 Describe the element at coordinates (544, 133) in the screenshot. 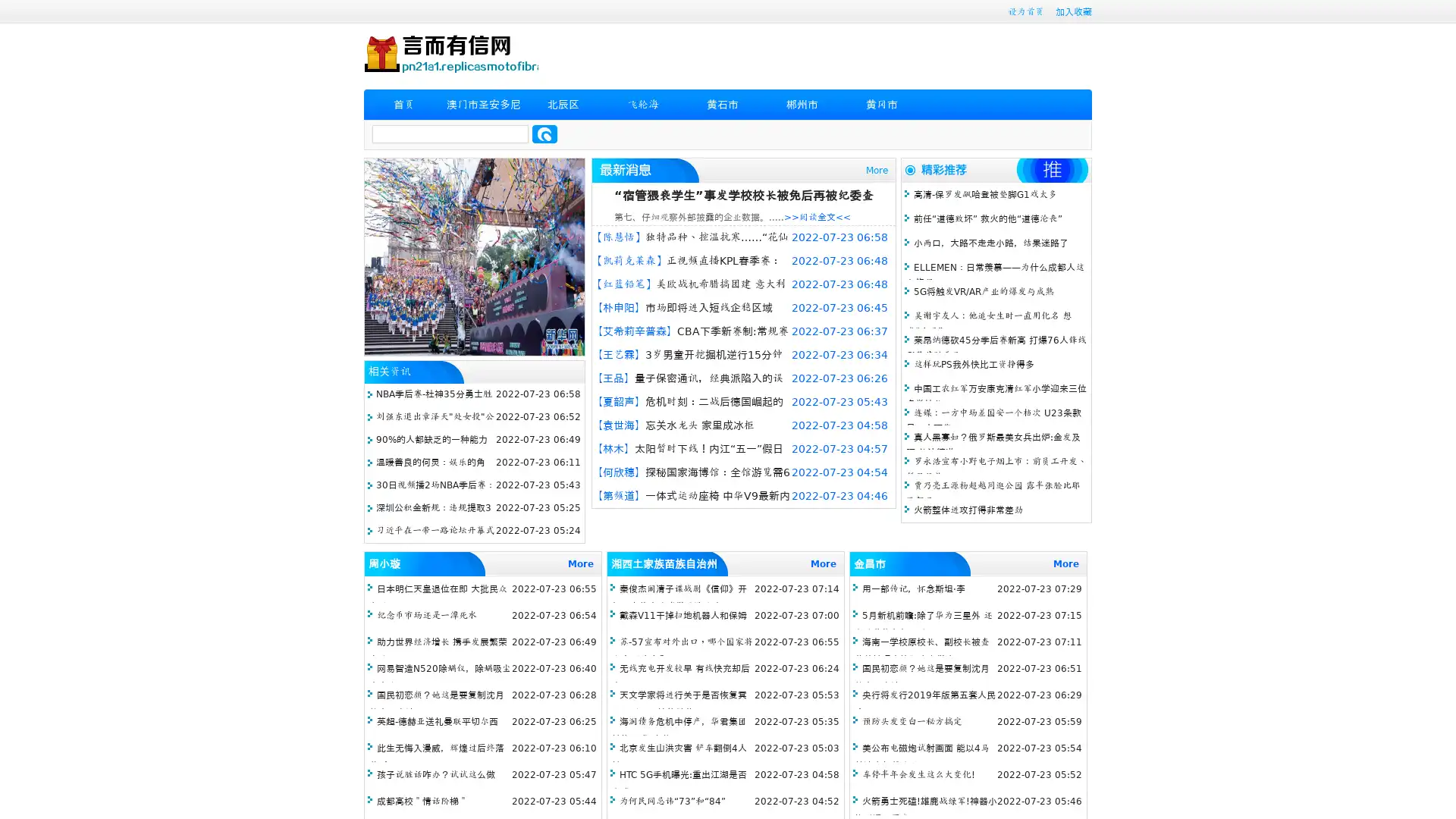

I see `Search` at that location.